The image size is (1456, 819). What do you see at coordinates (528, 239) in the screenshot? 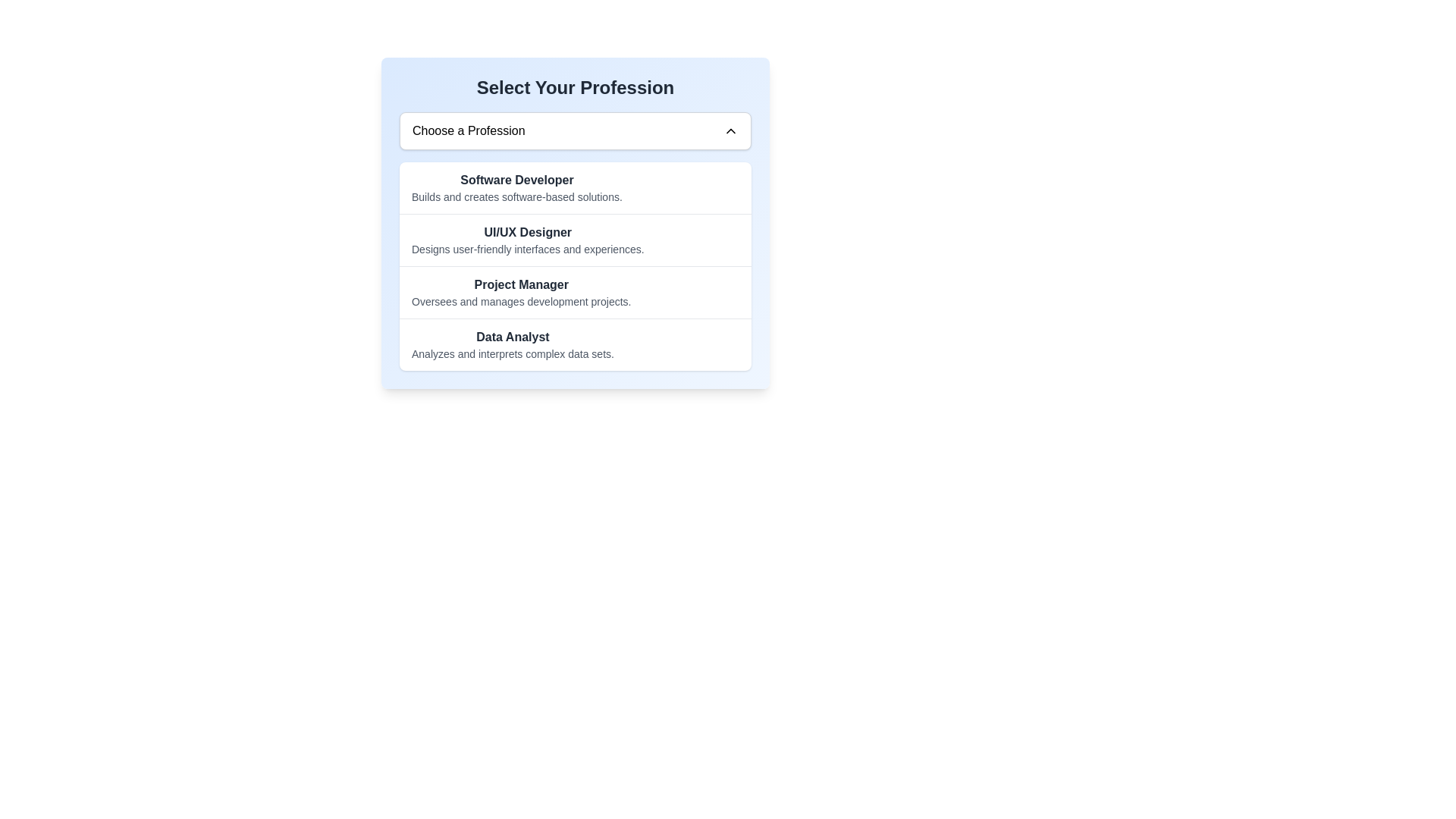
I see `the second list item representing the 'UI/UX Designer' role` at bounding box center [528, 239].